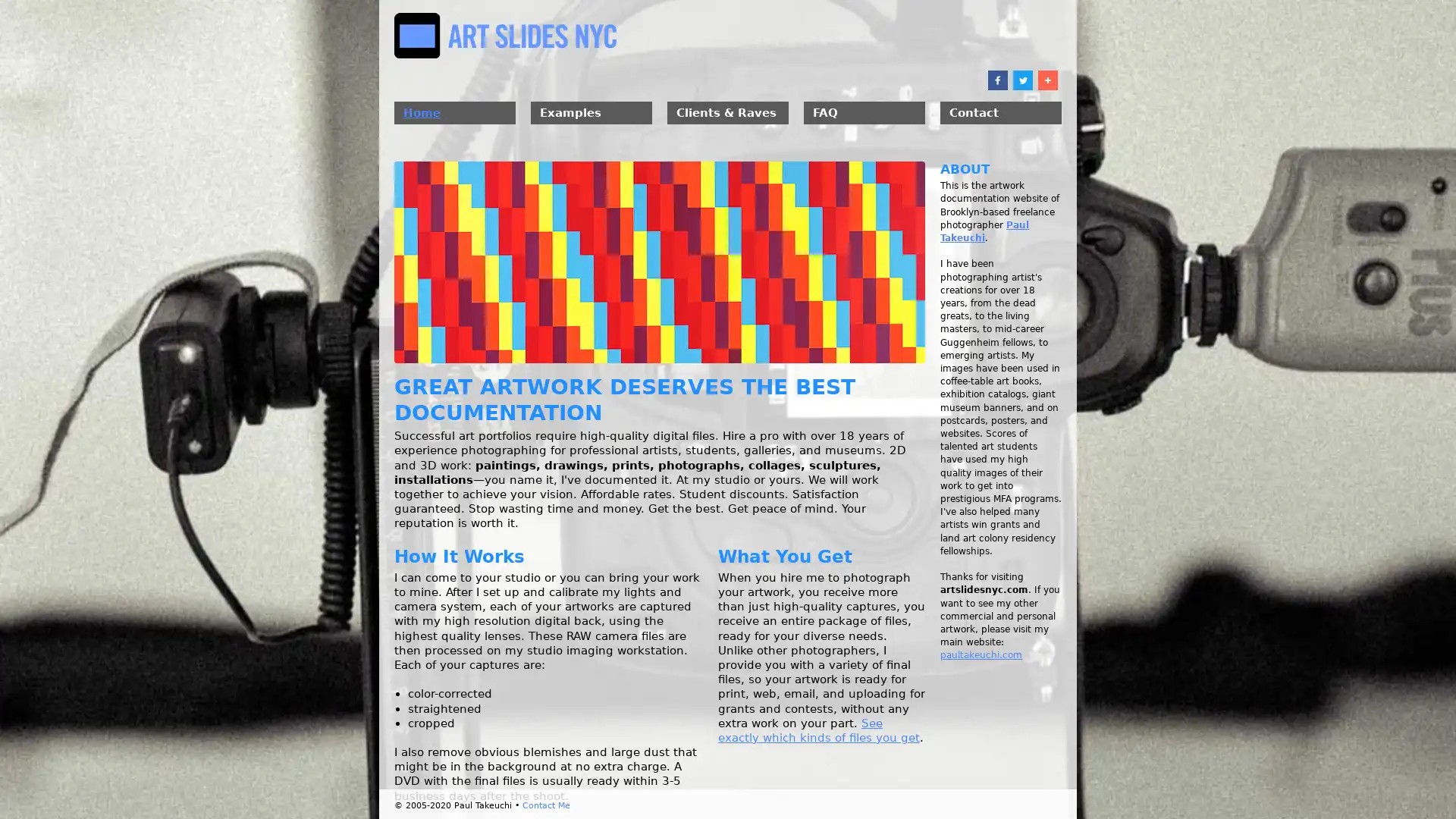 The image size is (1456, 819). Describe the element at coordinates (1027, 79) in the screenshot. I see `Share to Twitter` at that location.